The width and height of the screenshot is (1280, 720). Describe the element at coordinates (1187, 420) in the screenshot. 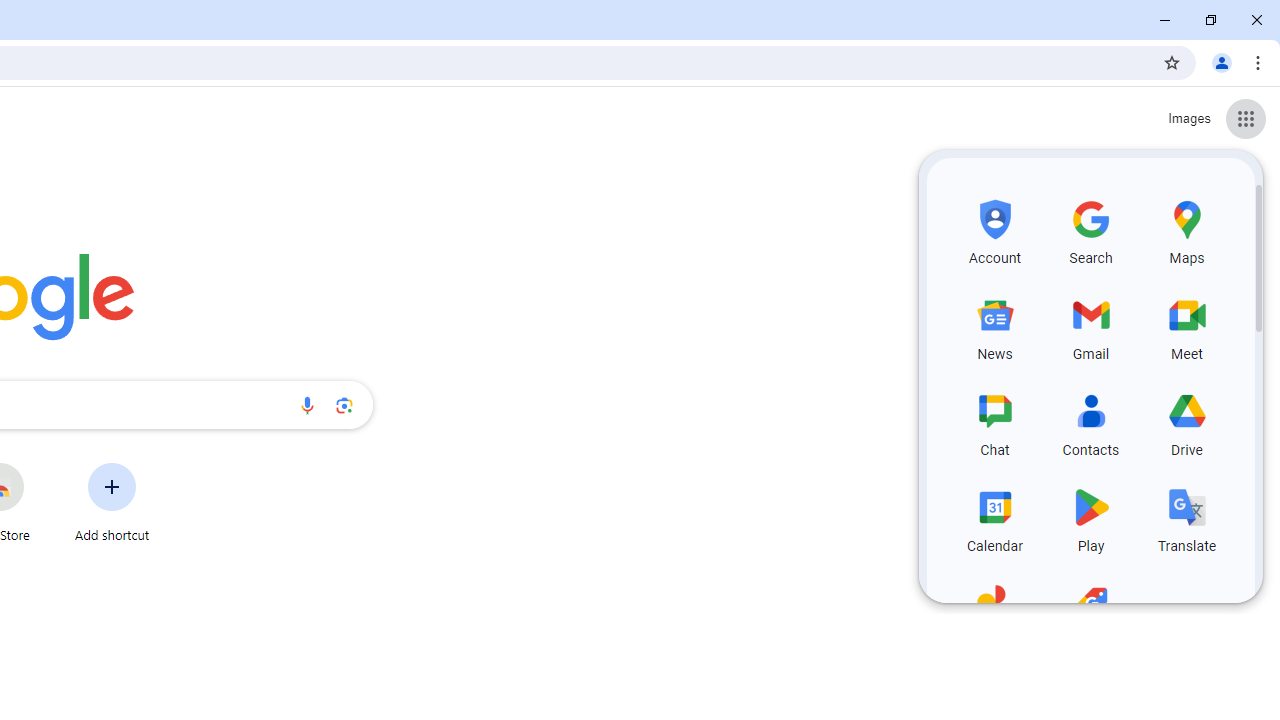

I see `'Drive, row 3 of 5 and column 3 of 3 in the first section'` at that location.